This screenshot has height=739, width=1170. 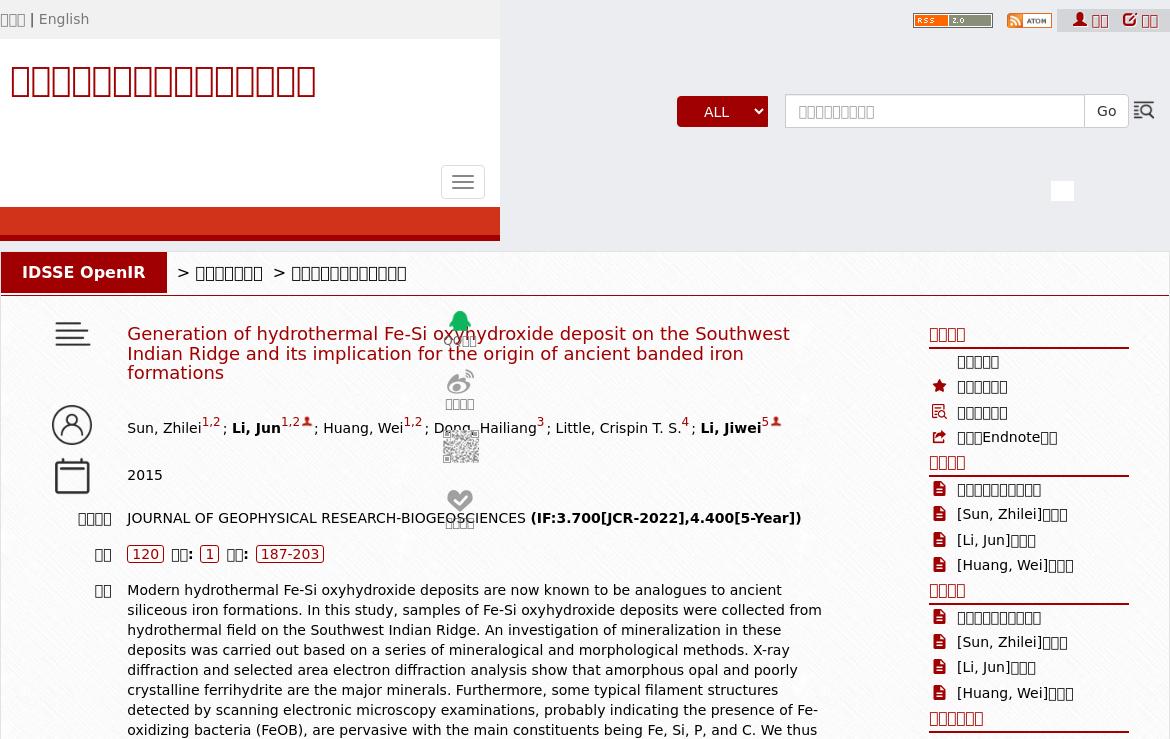 What do you see at coordinates (181, 553) in the screenshot?
I see `'期号:'` at bounding box center [181, 553].